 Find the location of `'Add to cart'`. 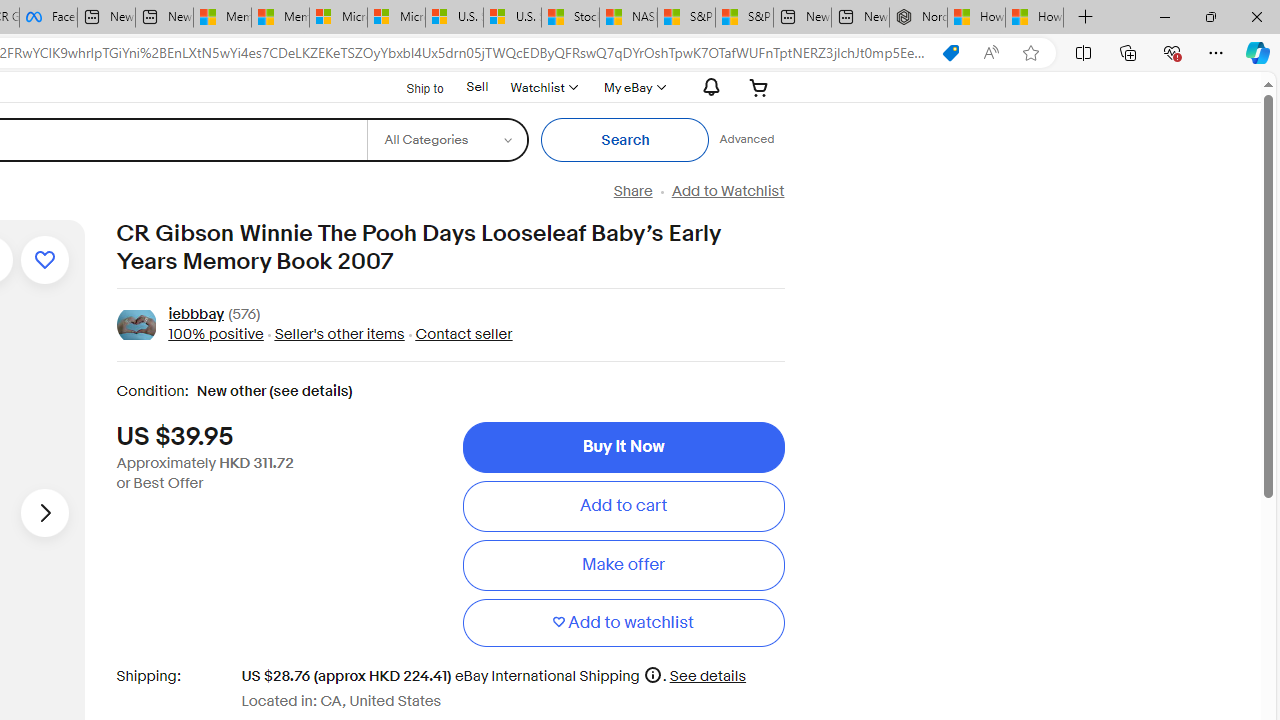

'Add to cart' is located at coordinates (622, 505).